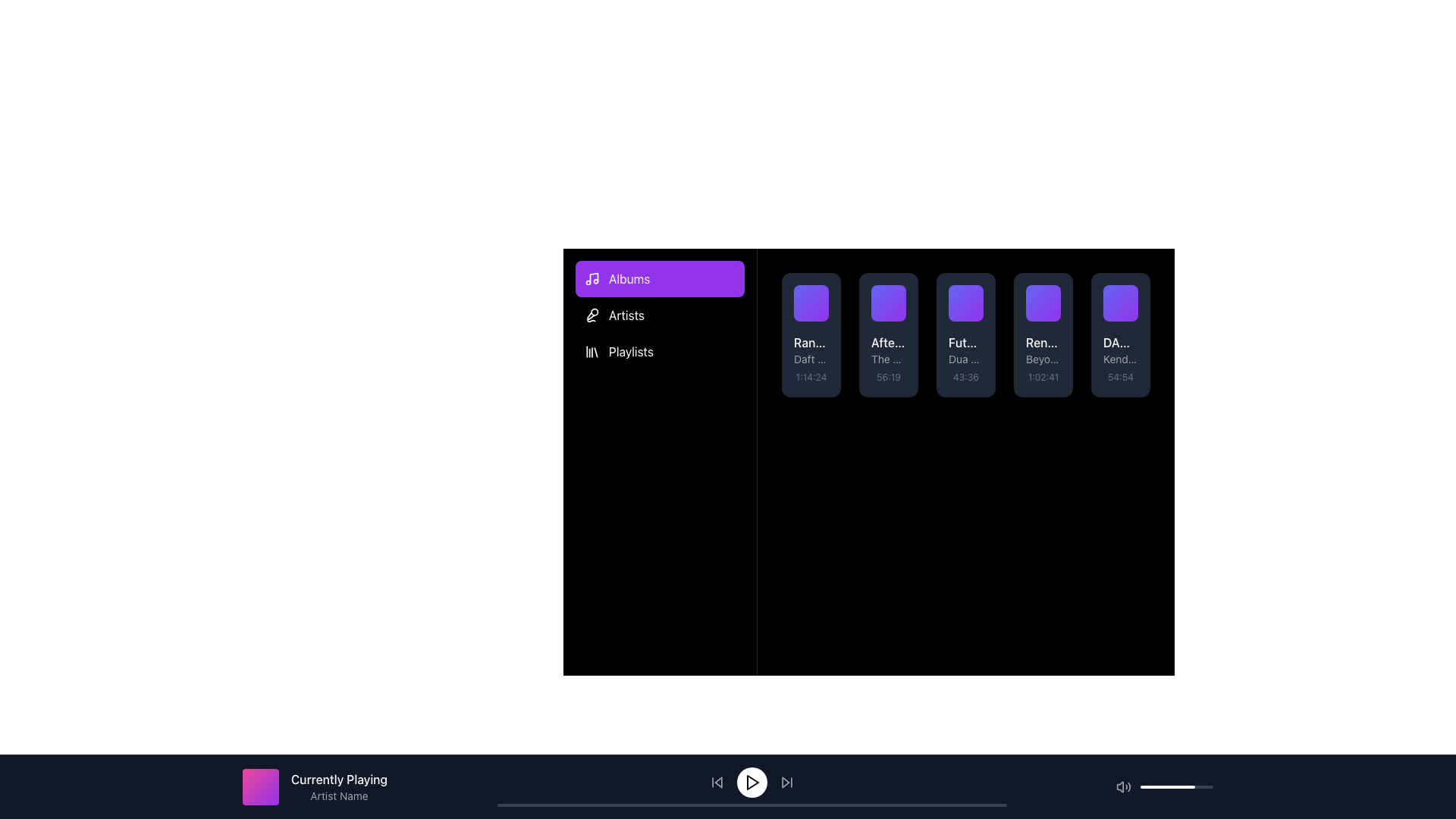 Image resolution: width=1456 pixels, height=819 pixels. Describe the element at coordinates (818, 294) in the screenshot. I see `the button located at the top-right corner of the first album card, overlaying the album thumbnail image` at that location.